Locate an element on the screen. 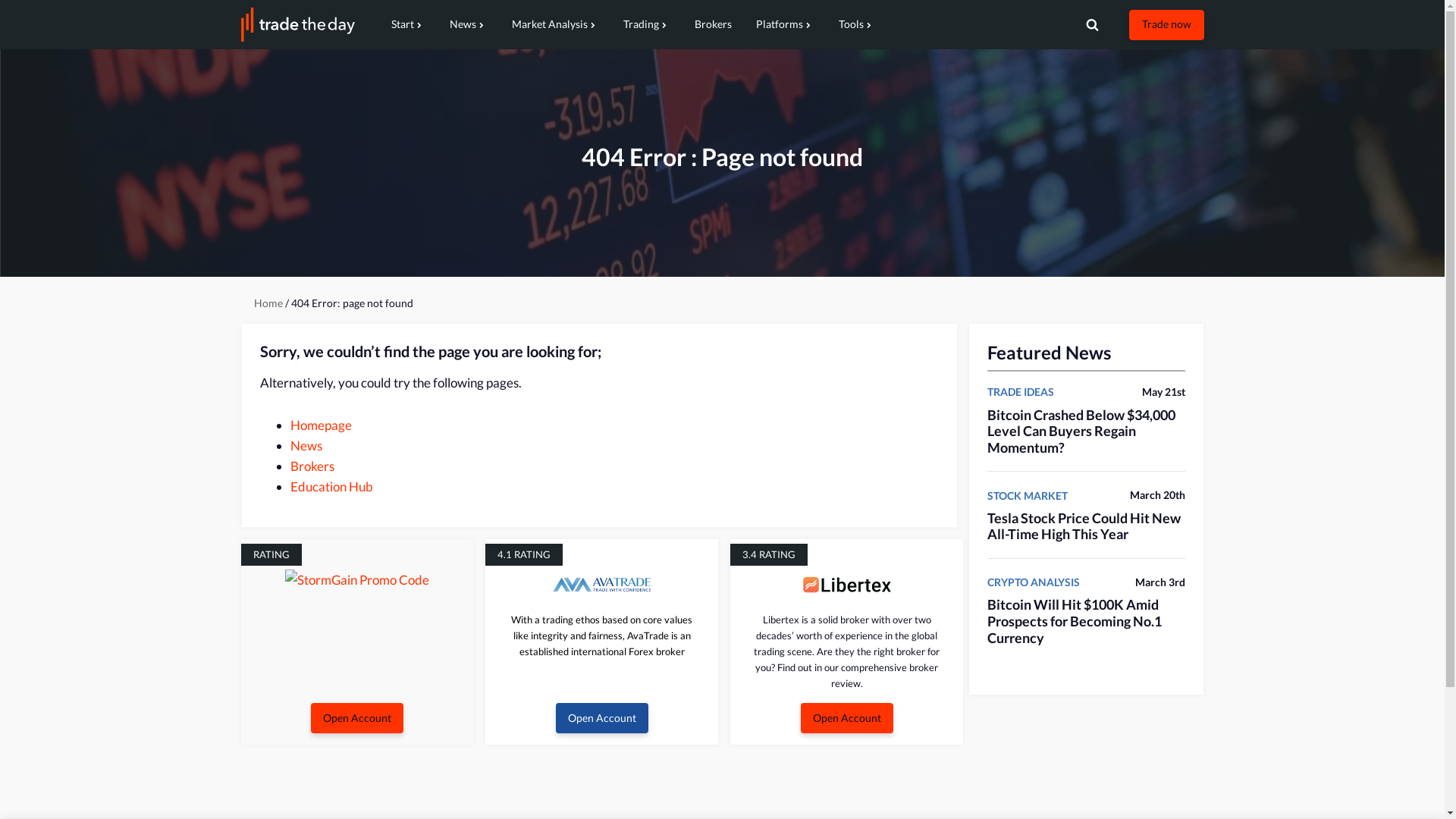 Image resolution: width=1456 pixels, height=819 pixels. 'Start' is located at coordinates (408, 24).